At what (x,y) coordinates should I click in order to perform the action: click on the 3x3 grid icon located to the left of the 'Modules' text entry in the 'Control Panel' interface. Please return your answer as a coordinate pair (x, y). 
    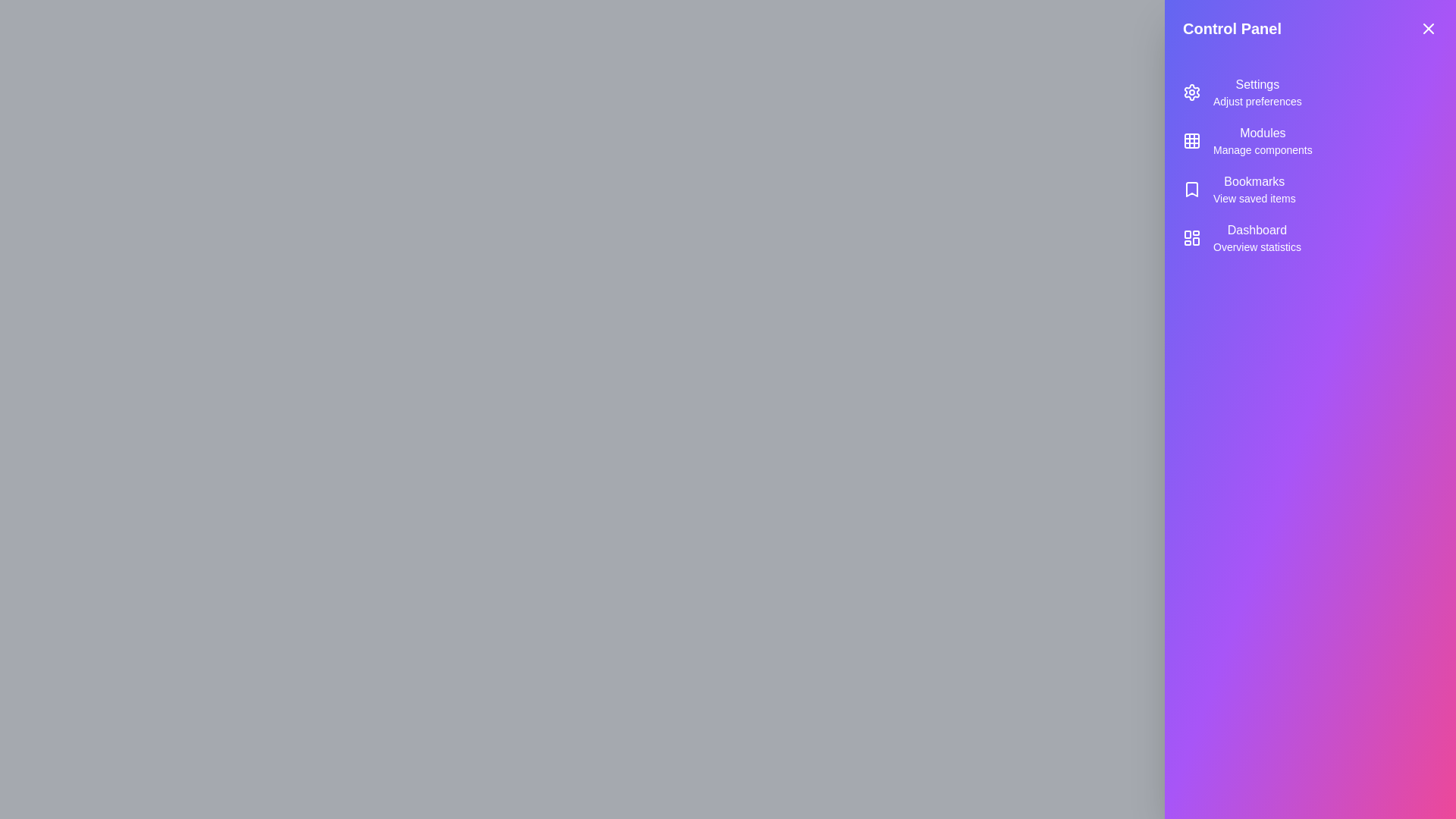
    Looking at the image, I should click on (1191, 140).